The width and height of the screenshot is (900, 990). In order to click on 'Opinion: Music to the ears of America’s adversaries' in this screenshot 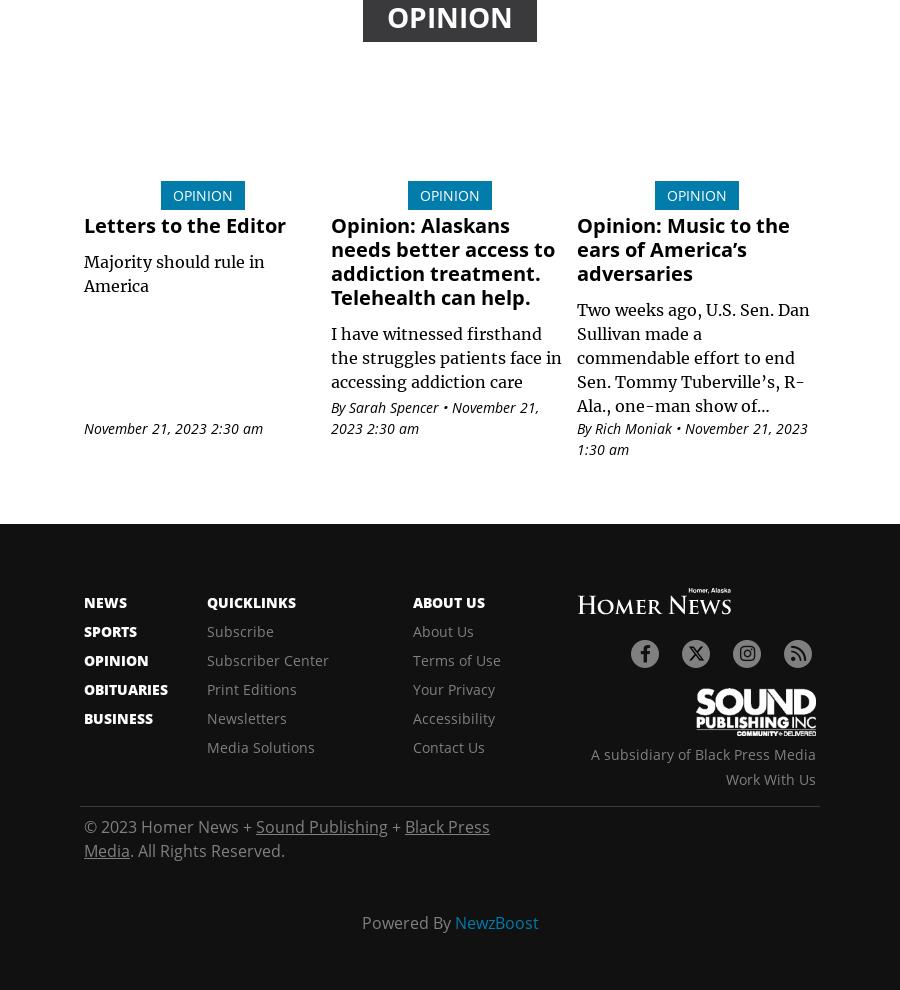, I will do `click(682, 249)`.